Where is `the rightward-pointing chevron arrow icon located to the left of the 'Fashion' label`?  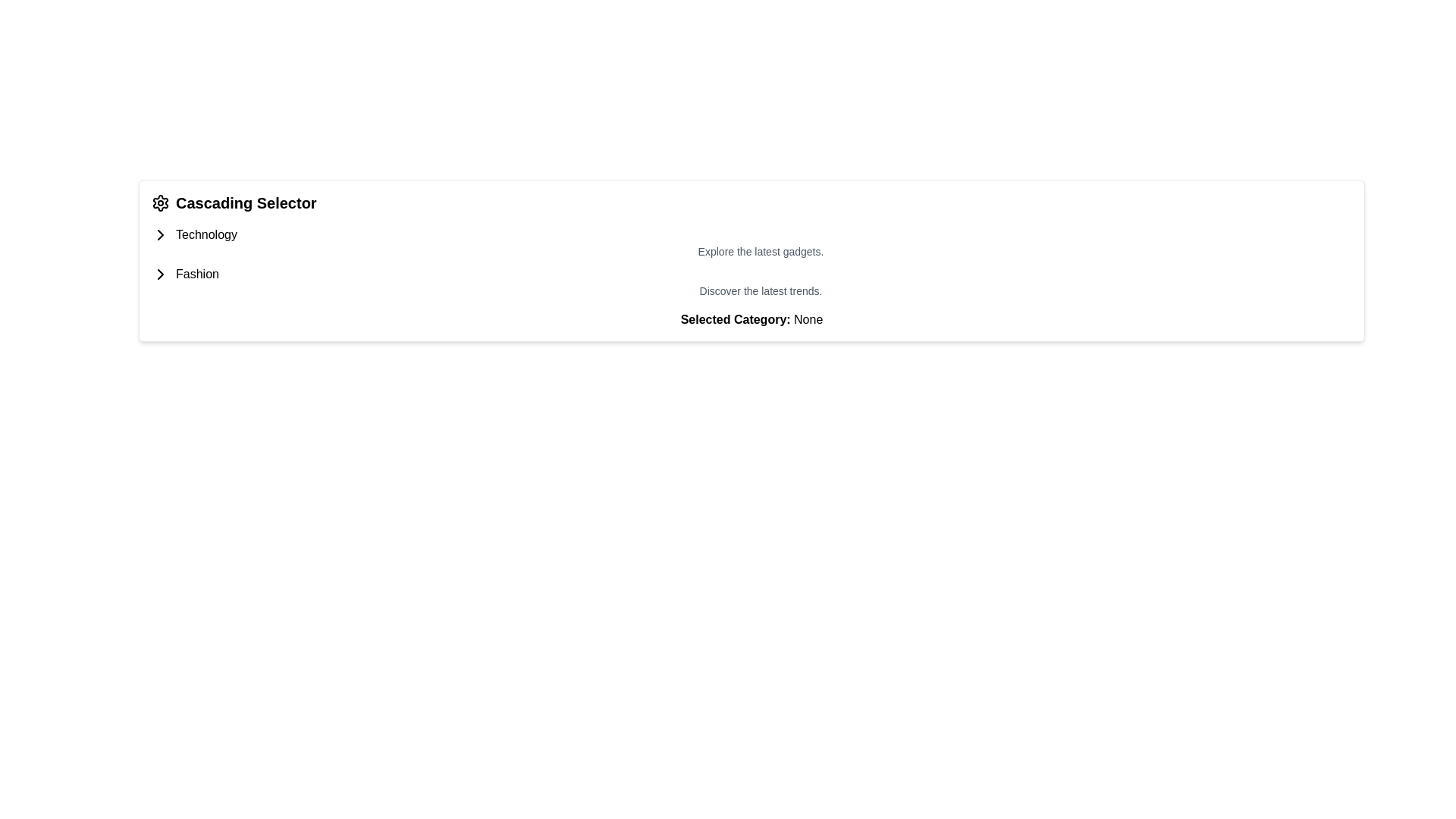 the rightward-pointing chevron arrow icon located to the left of the 'Fashion' label is located at coordinates (160, 234).